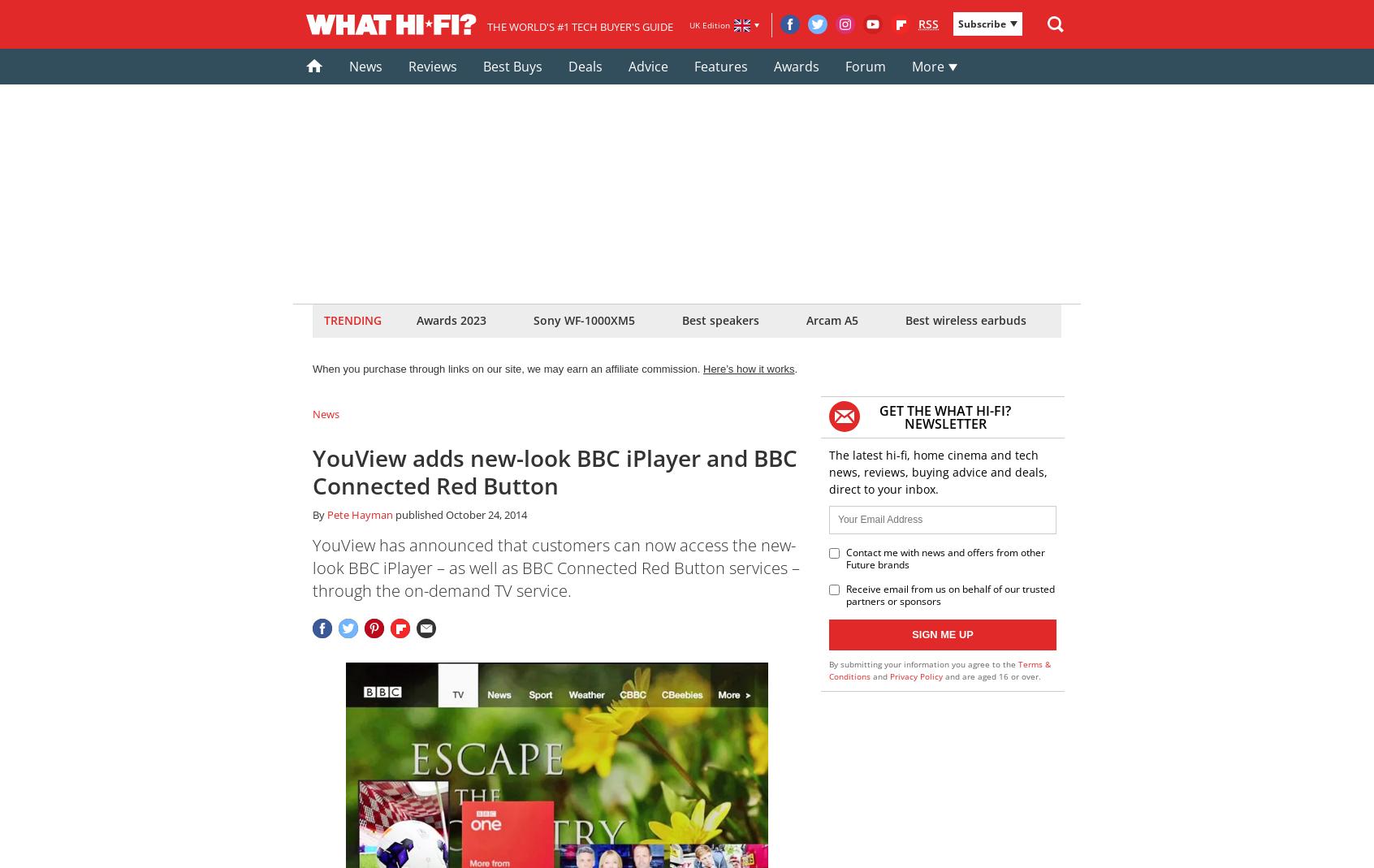 The height and width of the screenshot is (868, 1374). Describe the element at coordinates (992, 676) in the screenshot. I see `'and are aged 16 or over.'` at that location.